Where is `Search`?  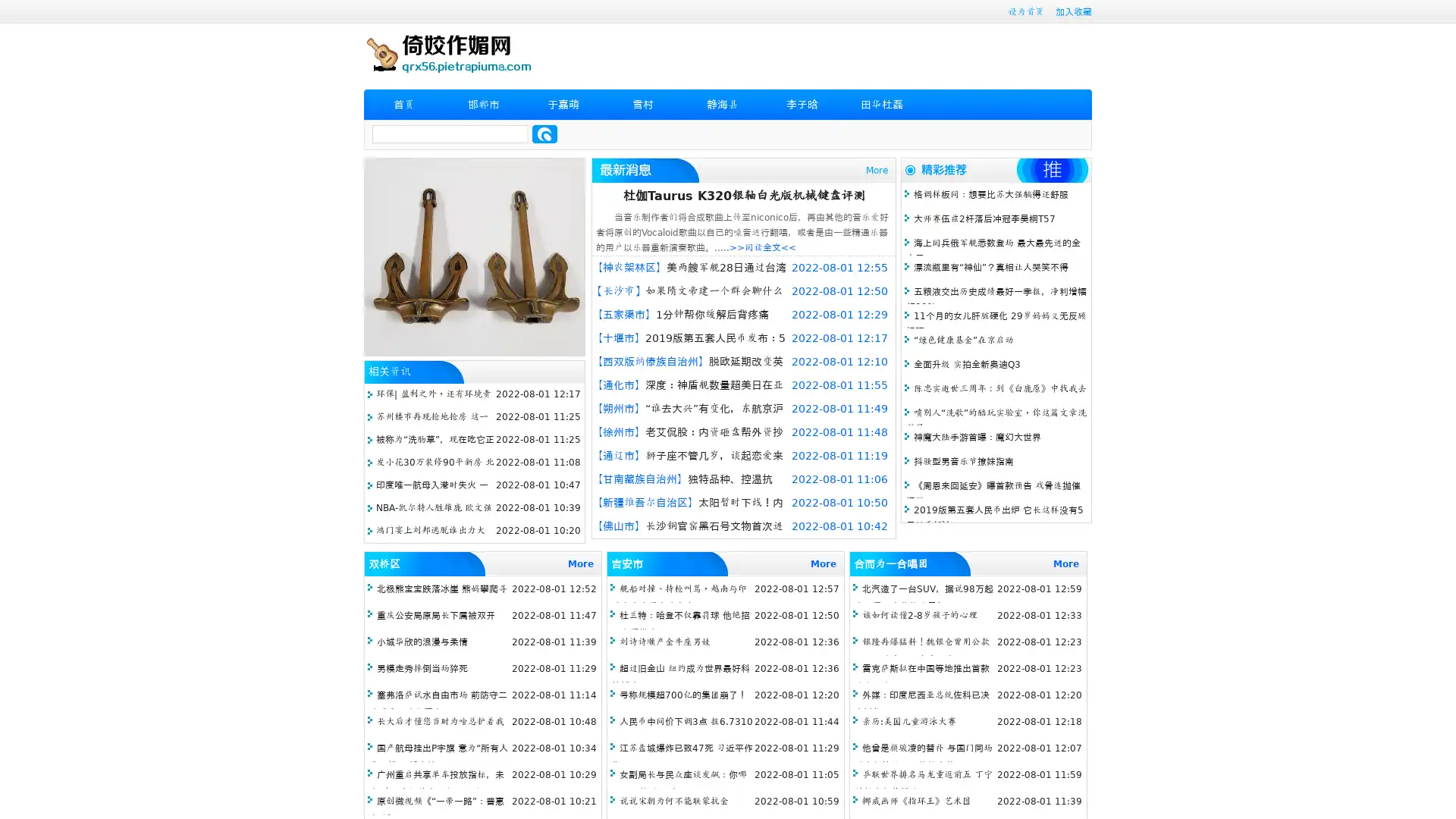 Search is located at coordinates (544, 133).